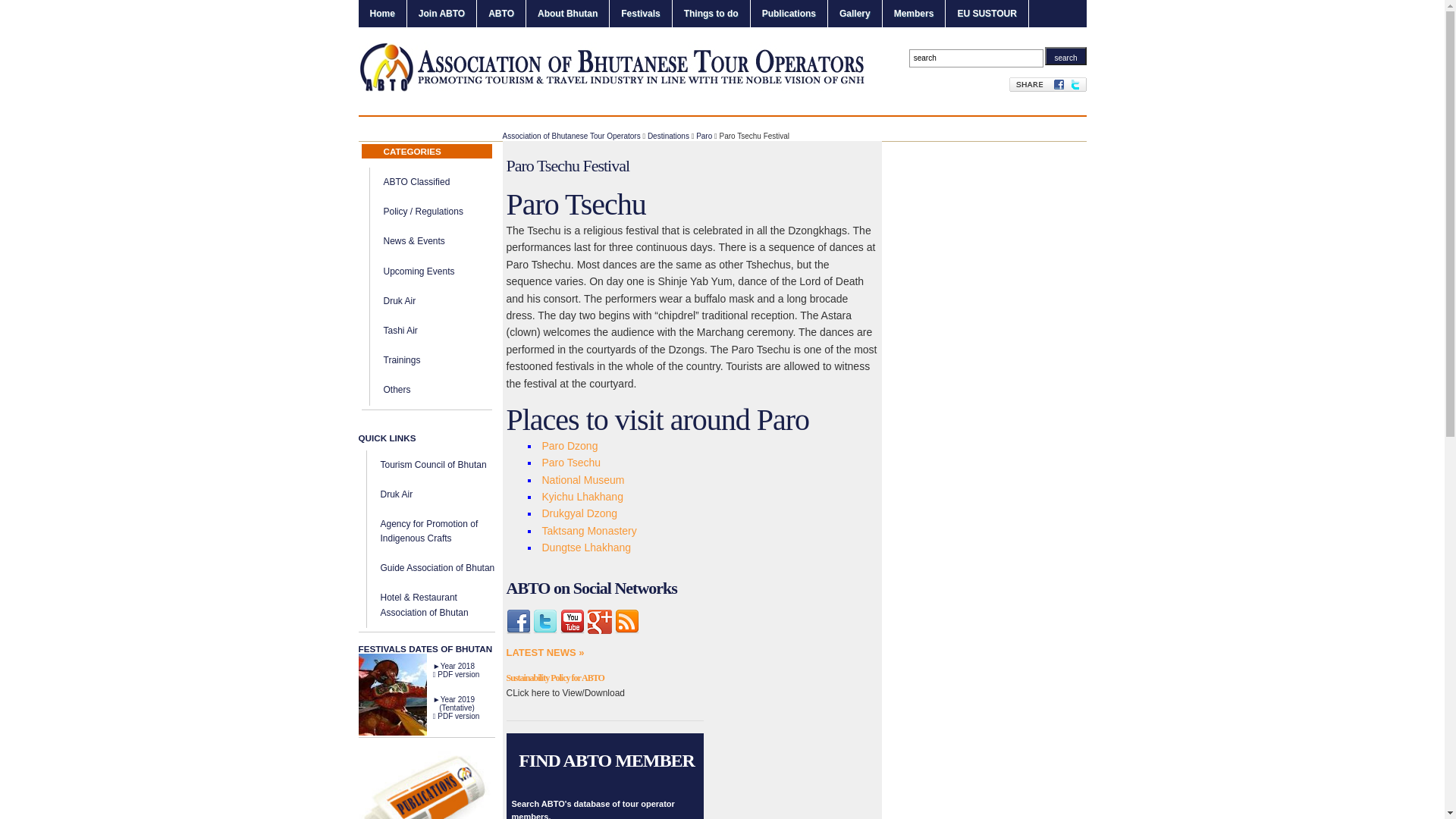  What do you see at coordinates (582, 479) in the screenshot?
I see `'National Museum'` at bounding box center [582, 479].